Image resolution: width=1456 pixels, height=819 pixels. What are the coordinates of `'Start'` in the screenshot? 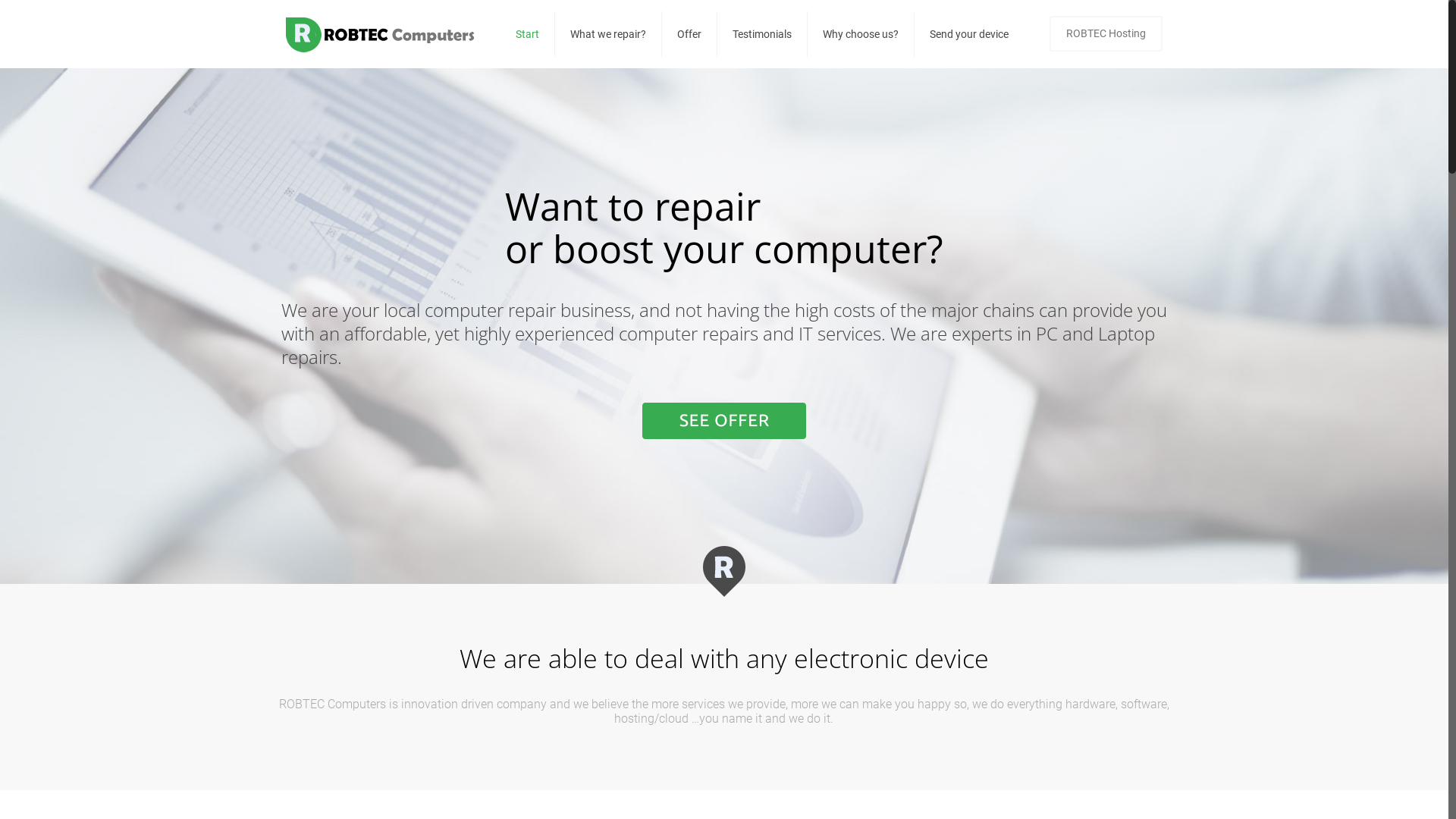 It's located at (528, 34).